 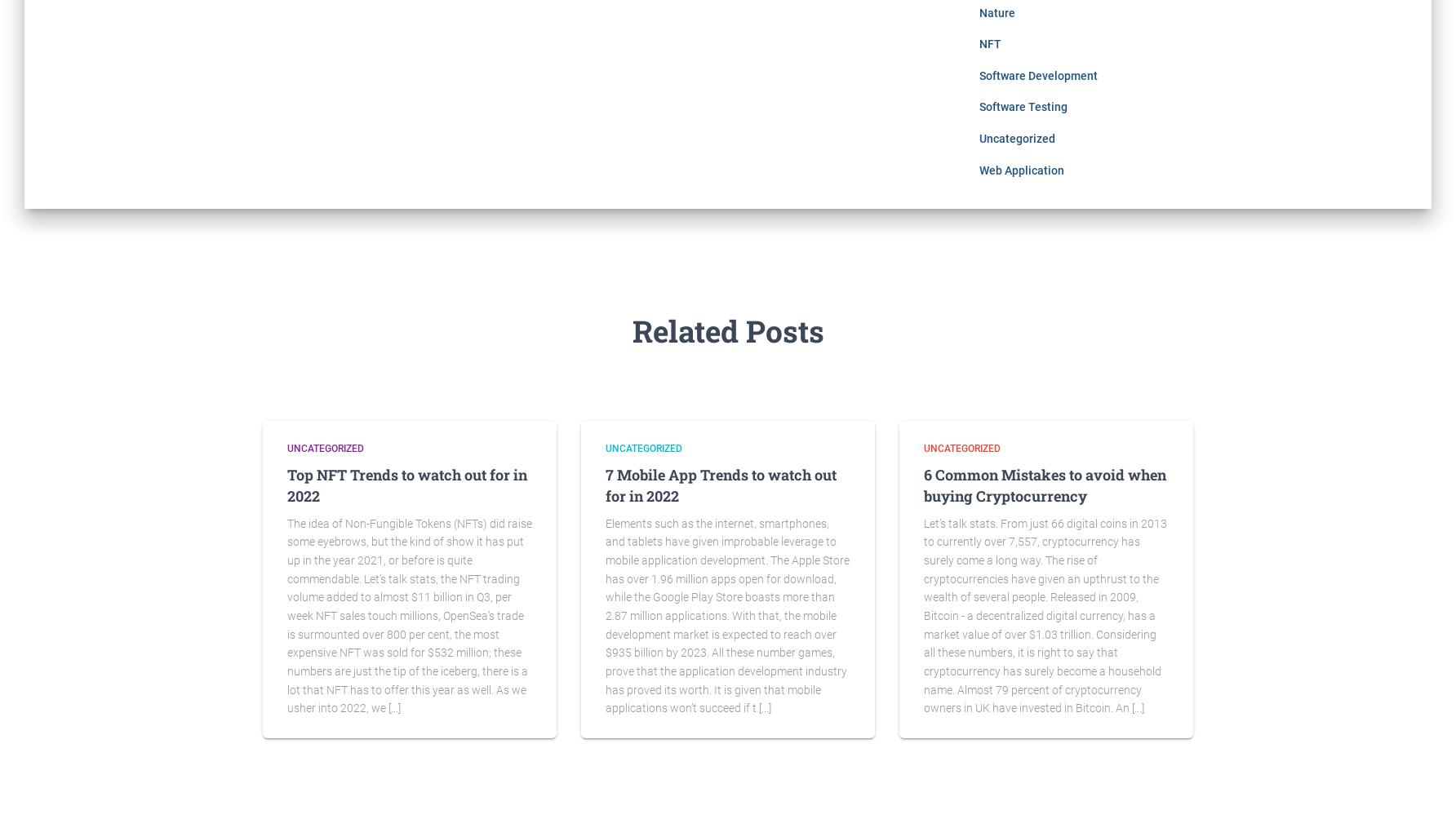 I want to click on 'Web Application', so click(x=1019, y=169).